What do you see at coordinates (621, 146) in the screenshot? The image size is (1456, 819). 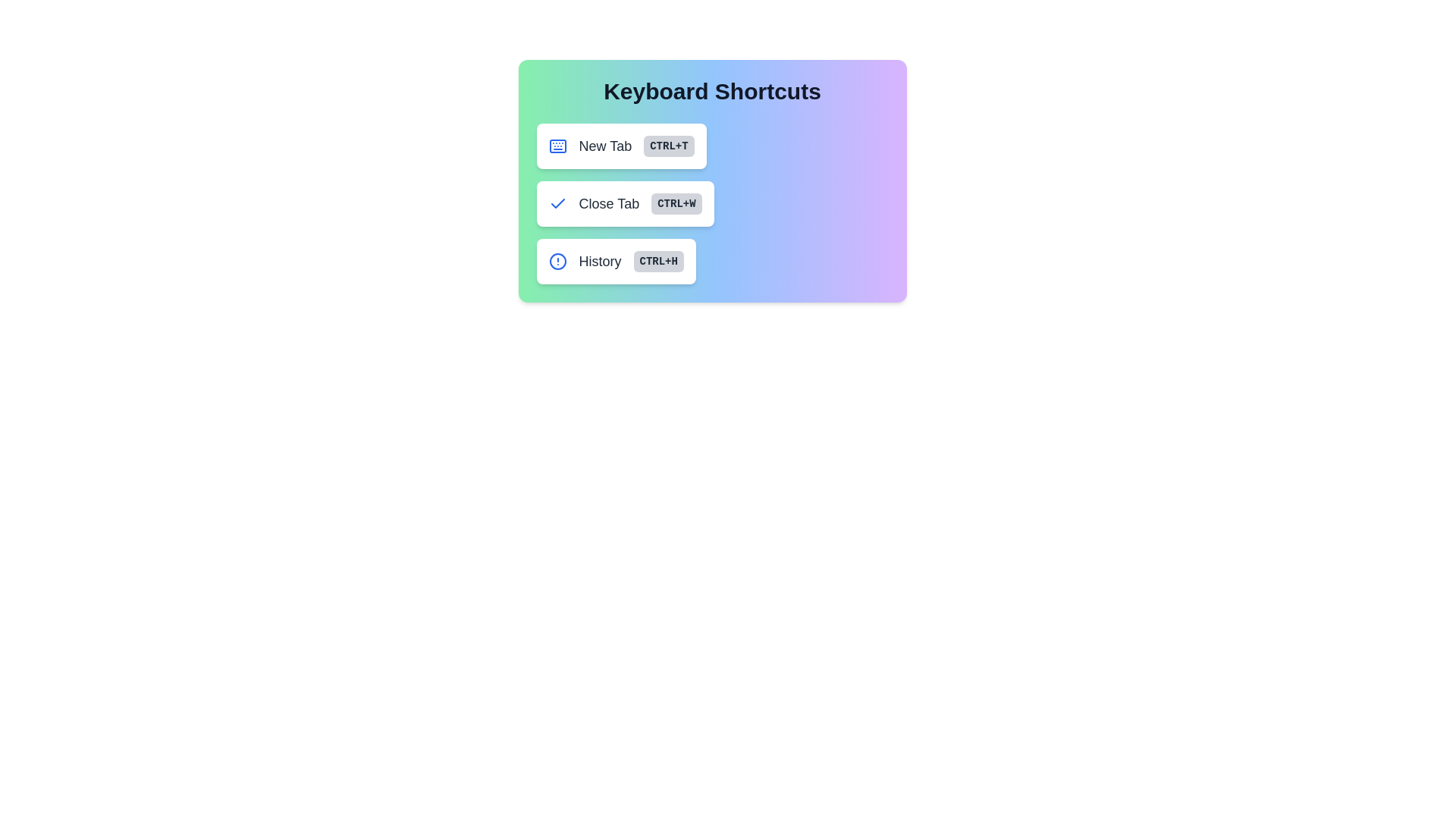 I see `the first button in the vertical list of keyboard shortcuts, which is used` at bounding box center [621, 146].